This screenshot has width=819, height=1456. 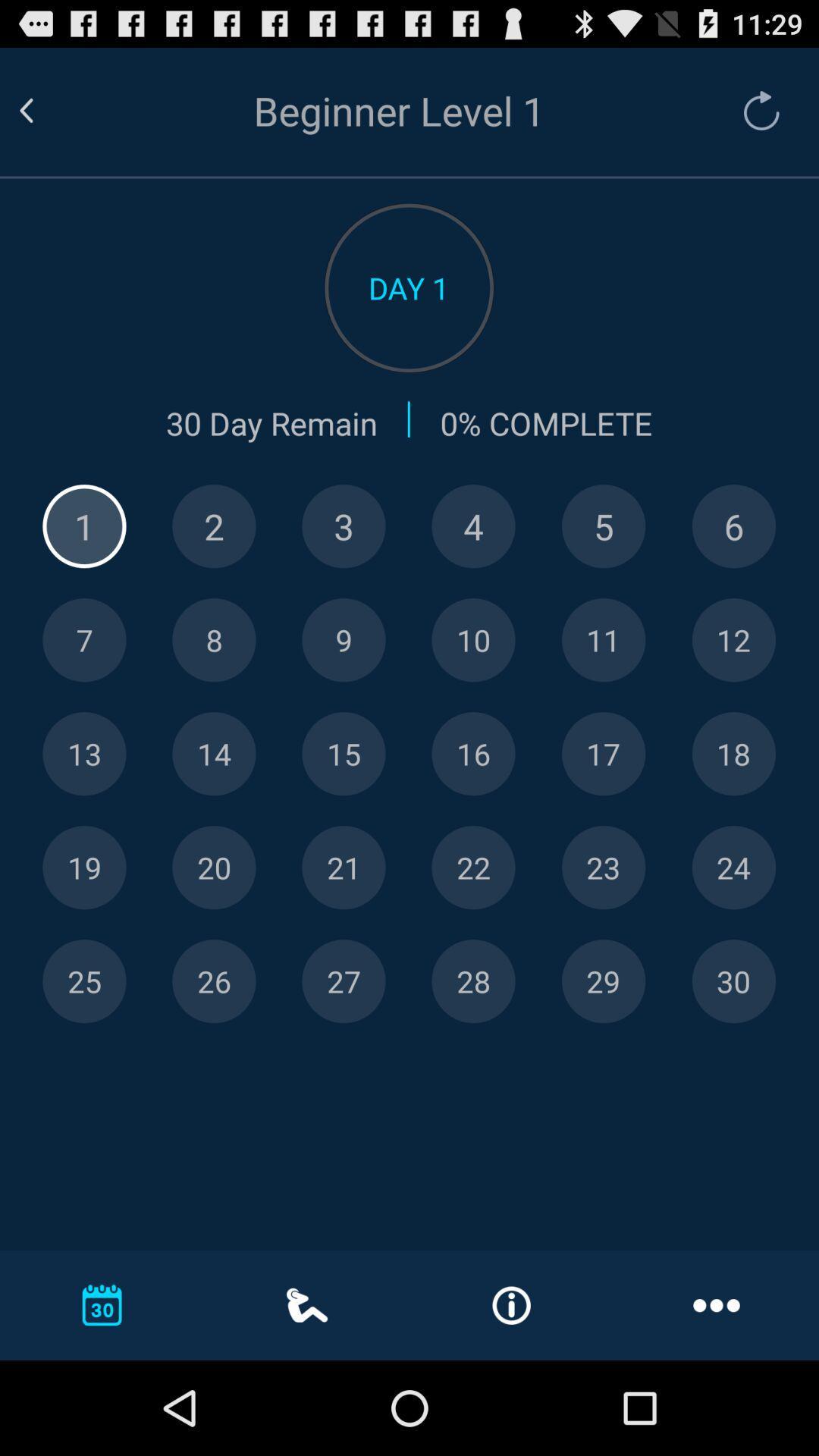 What do you see at coordinates (214, 868) in the screenshot?
I see `day 20` at bounding box center [214, 868].